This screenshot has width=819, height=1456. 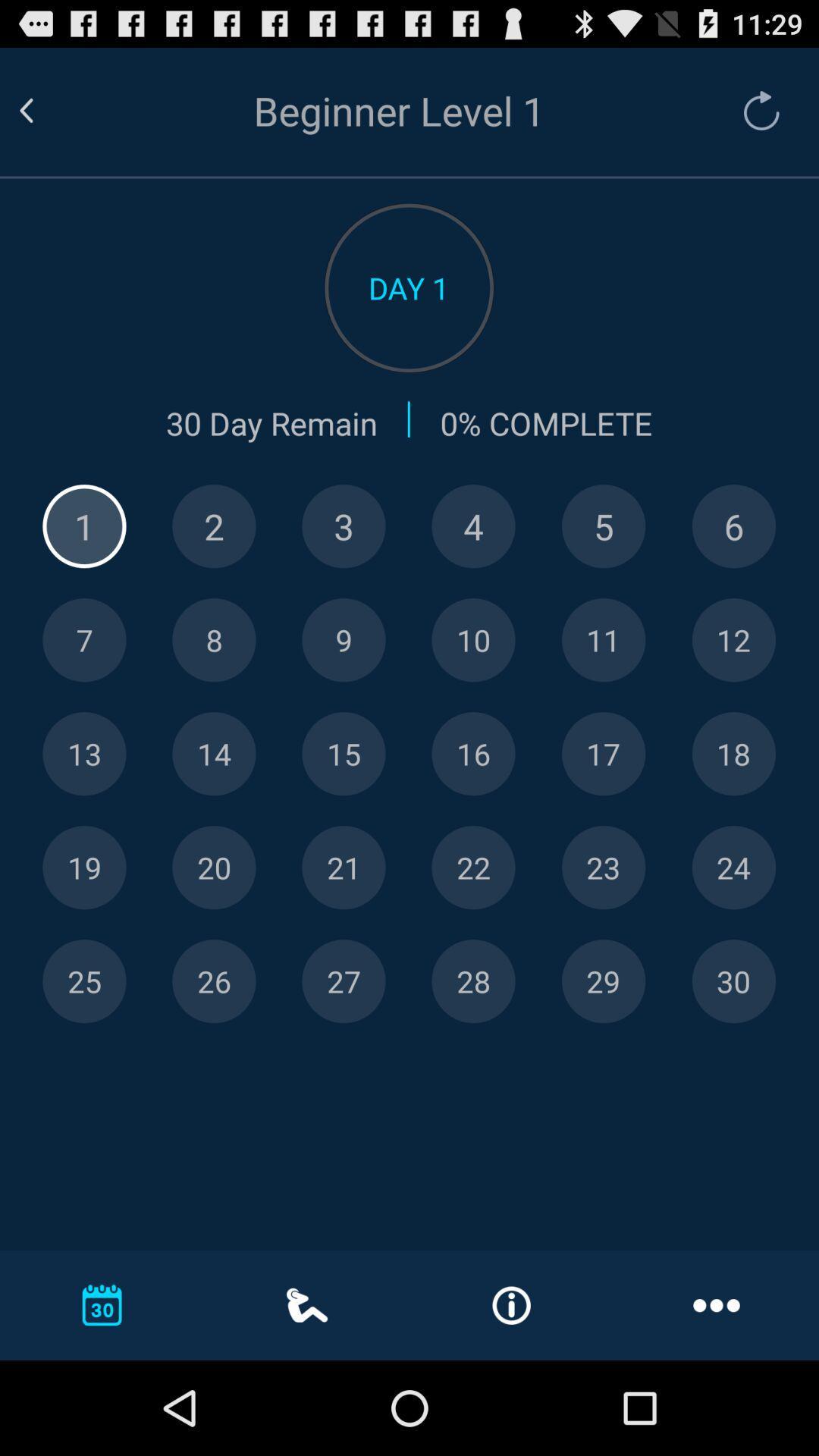 What do you see at coordinates (214, 868) in the screenshot?
I see `day 20` at bounding box center [214, 868].